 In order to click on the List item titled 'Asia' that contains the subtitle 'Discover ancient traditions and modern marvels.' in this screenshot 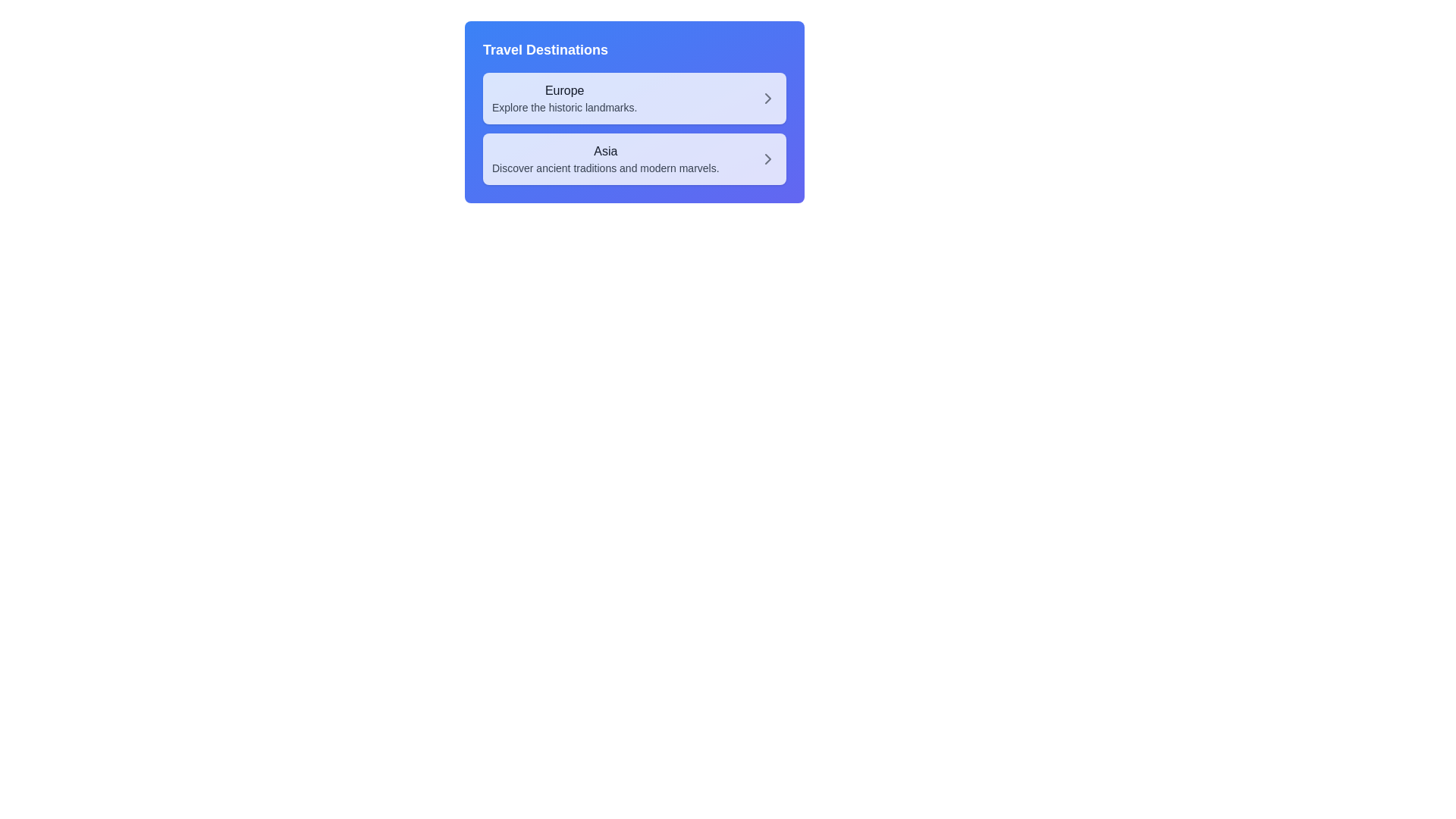, I will do `click(604, 158)`.